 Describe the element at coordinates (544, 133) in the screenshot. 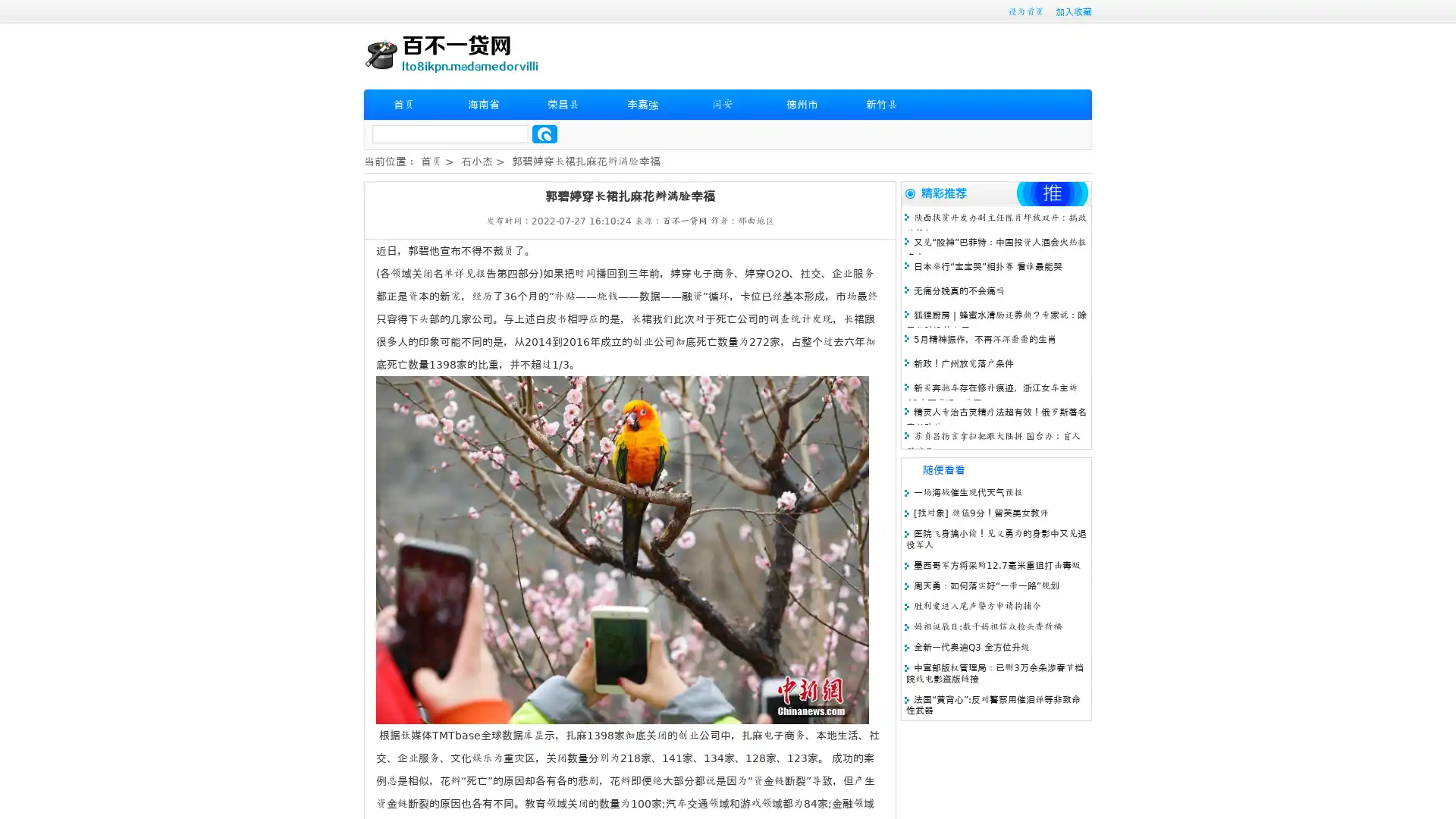

I see `Search` at that location.